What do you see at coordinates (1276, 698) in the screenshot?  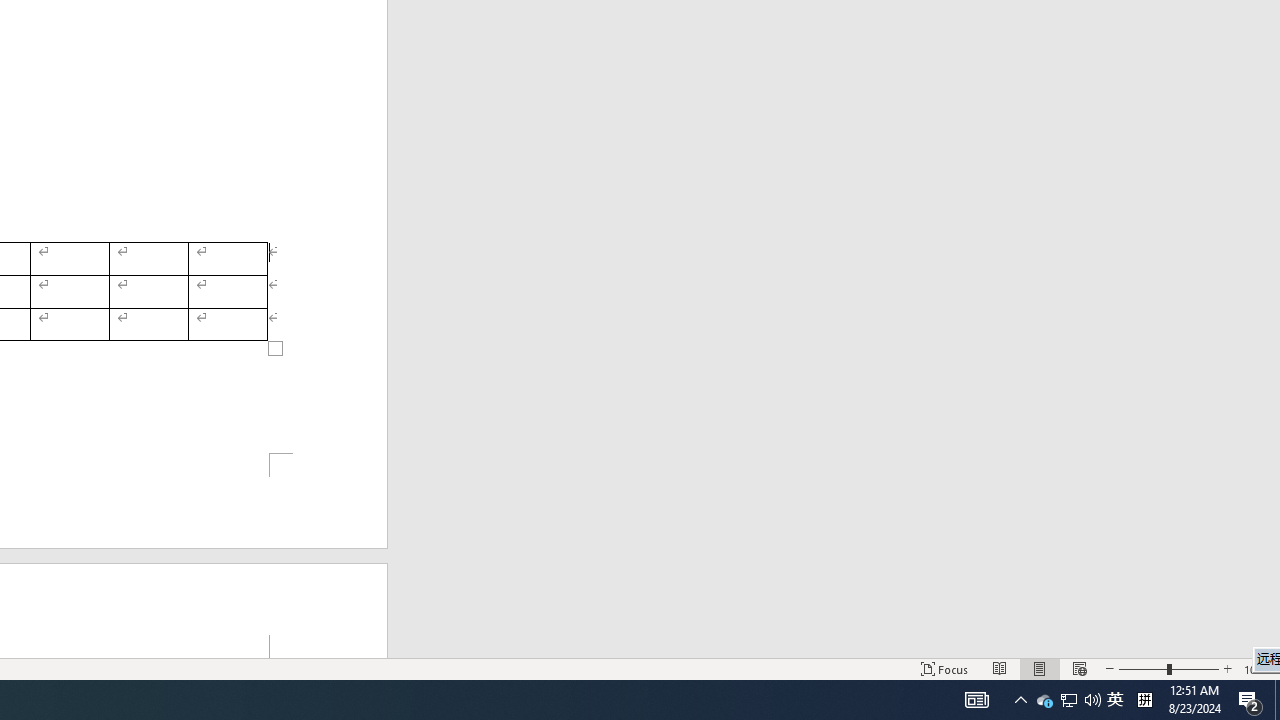 I see `'Show desktop'` at bounding box center [1276, 698].